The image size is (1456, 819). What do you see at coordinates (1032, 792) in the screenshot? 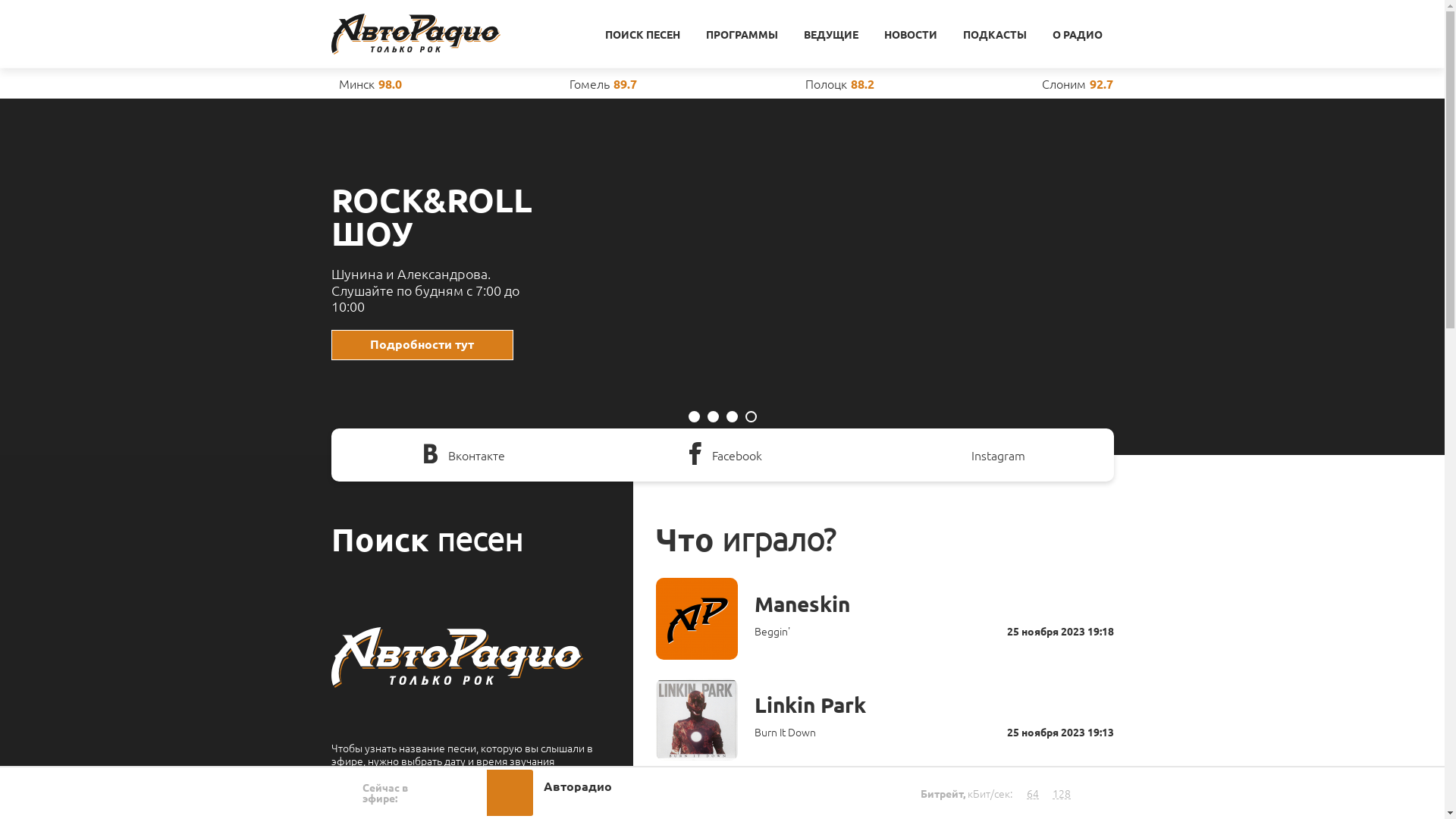
I see `'64'` at bounding box center [1032, 792].